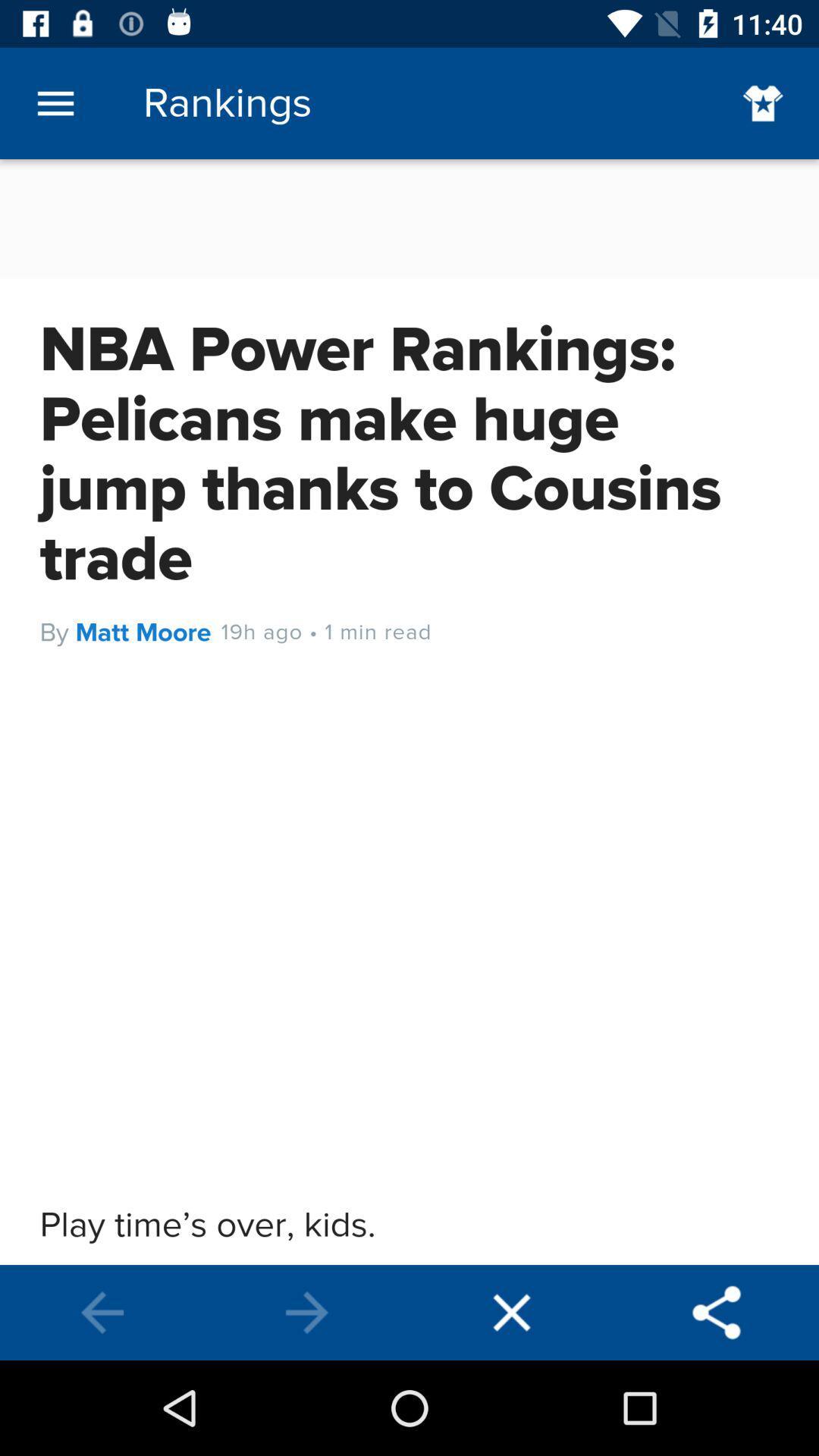  I want to click on previous, so click(102, 1312).